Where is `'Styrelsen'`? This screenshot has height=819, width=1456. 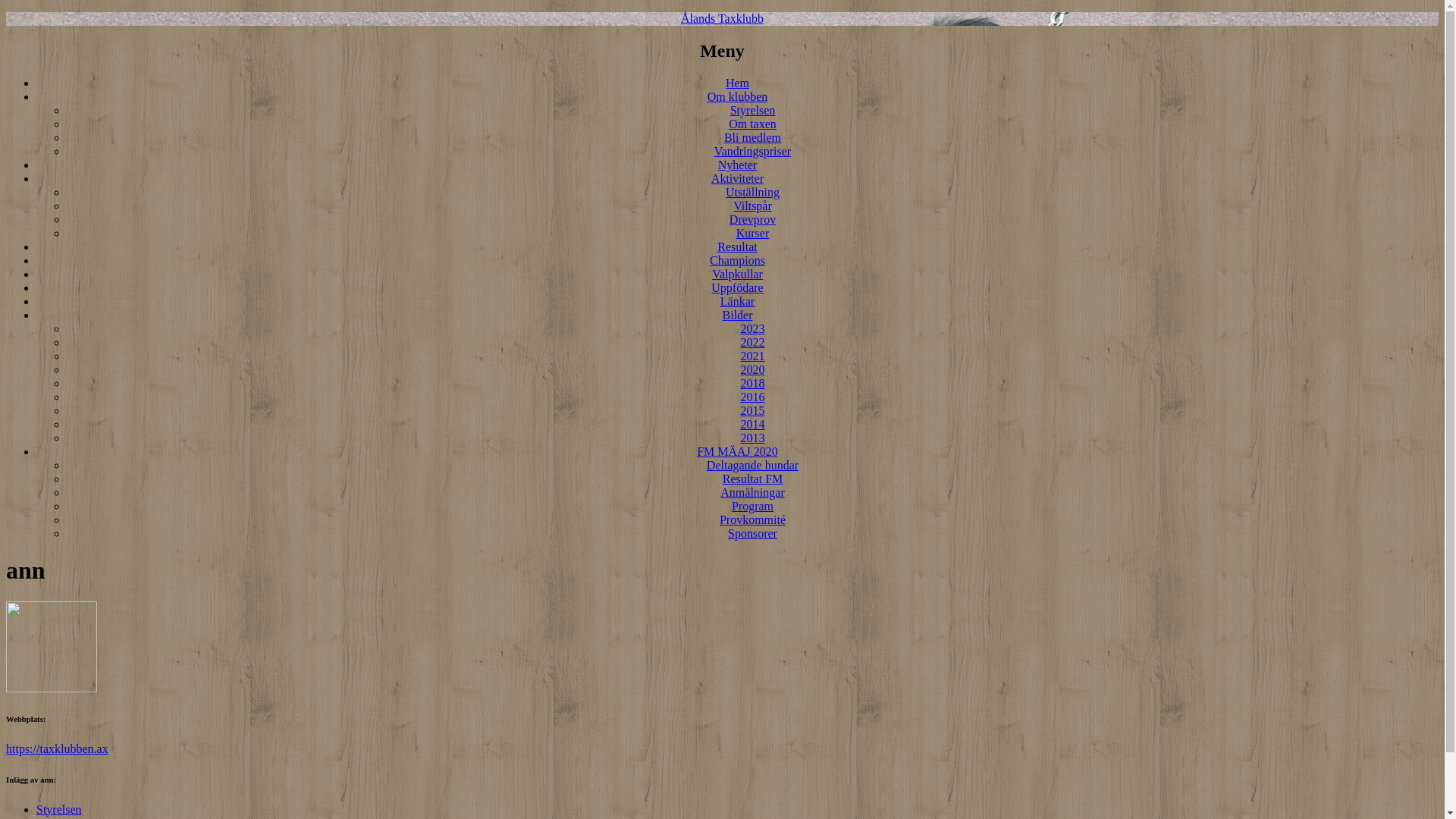
'Styrelsen' is located at coordinates (730, 109).